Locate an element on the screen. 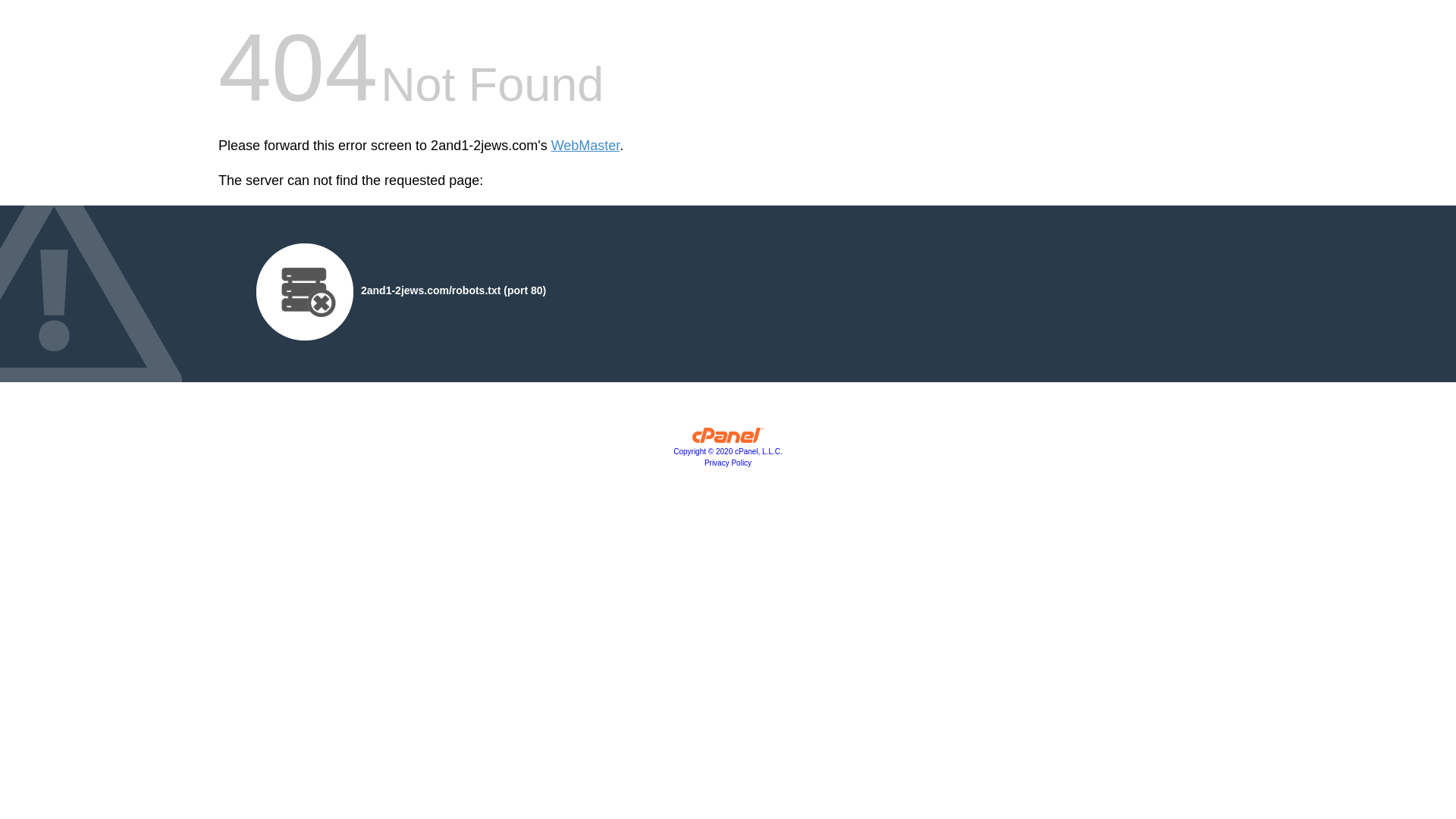 The image size is (1456, 819). 'cPanel, Inc.' is located at coordinates (728, 438).